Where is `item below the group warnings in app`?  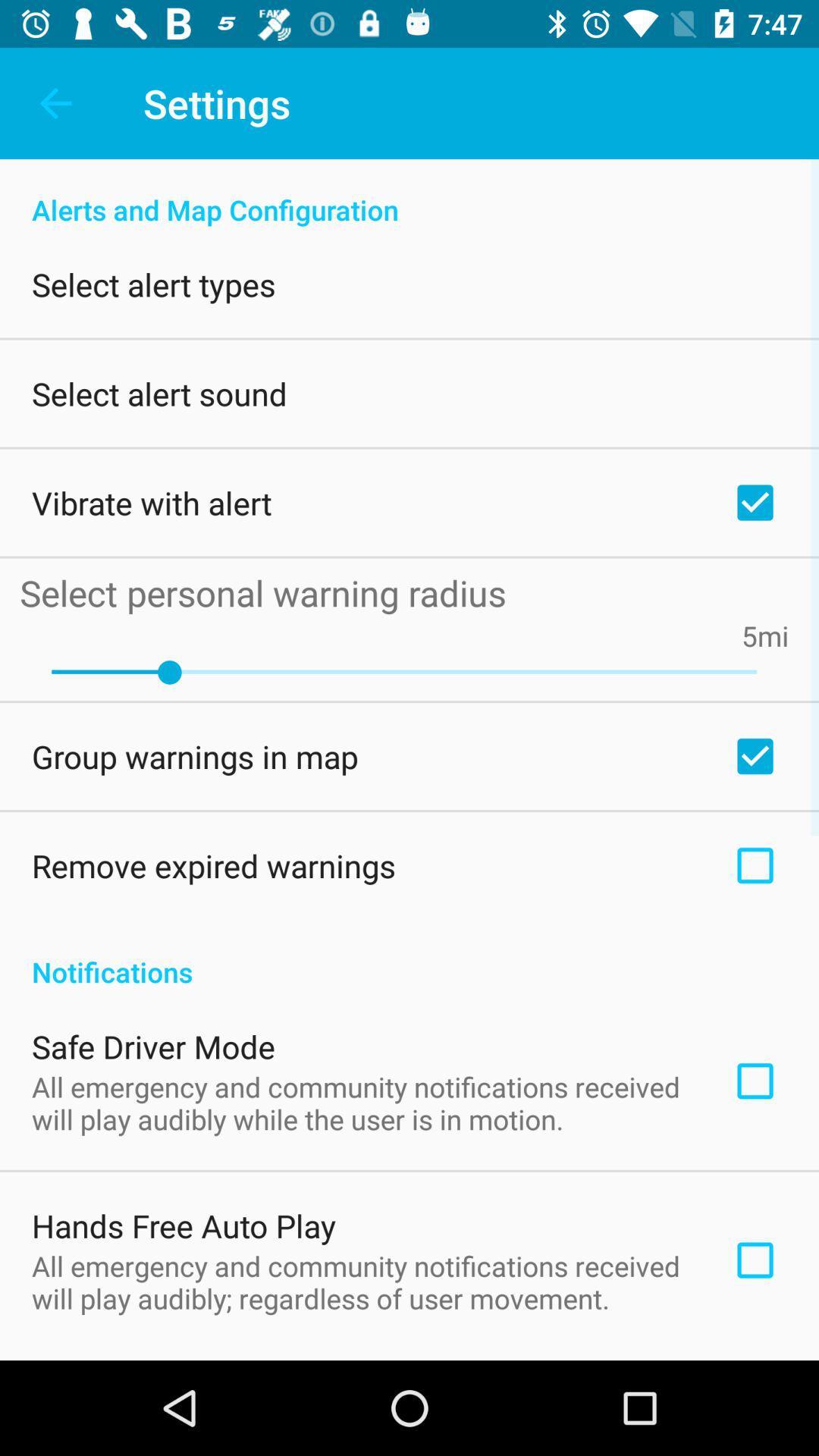 item below the group warnings in app is located at coordinates (213, 865).